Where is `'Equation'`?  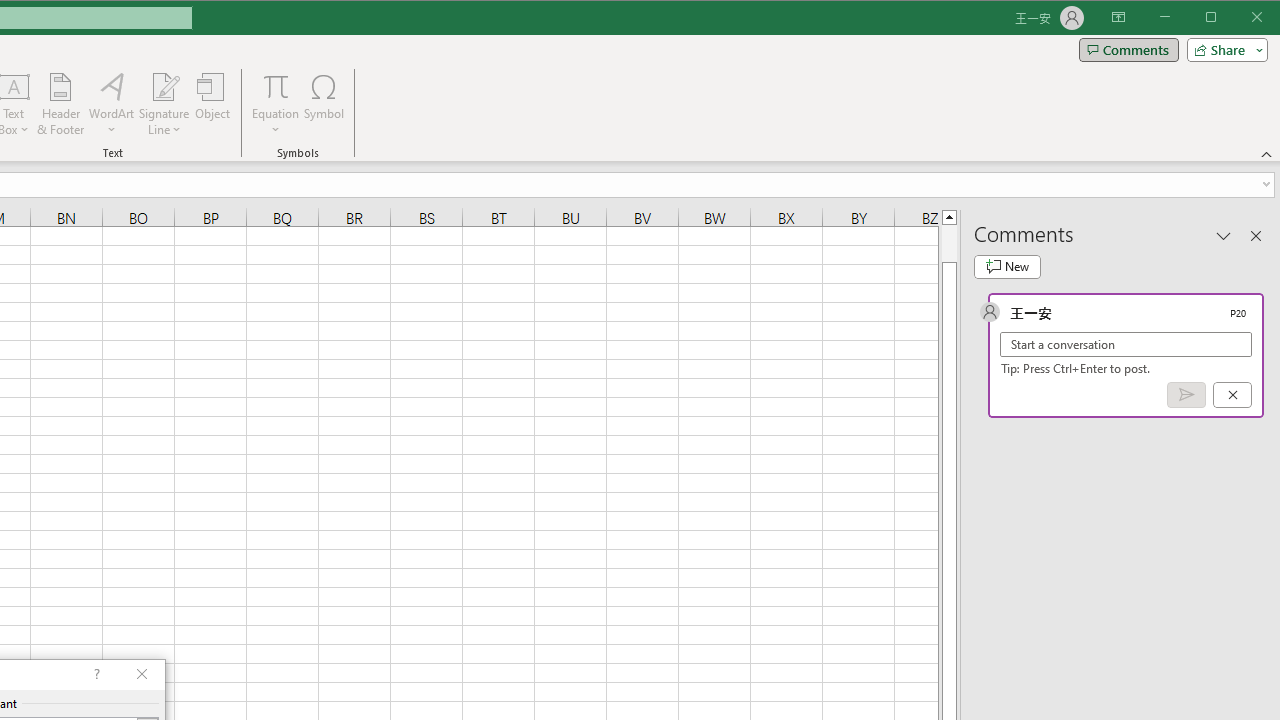
'Equation' is located at coordinates (274, 104).